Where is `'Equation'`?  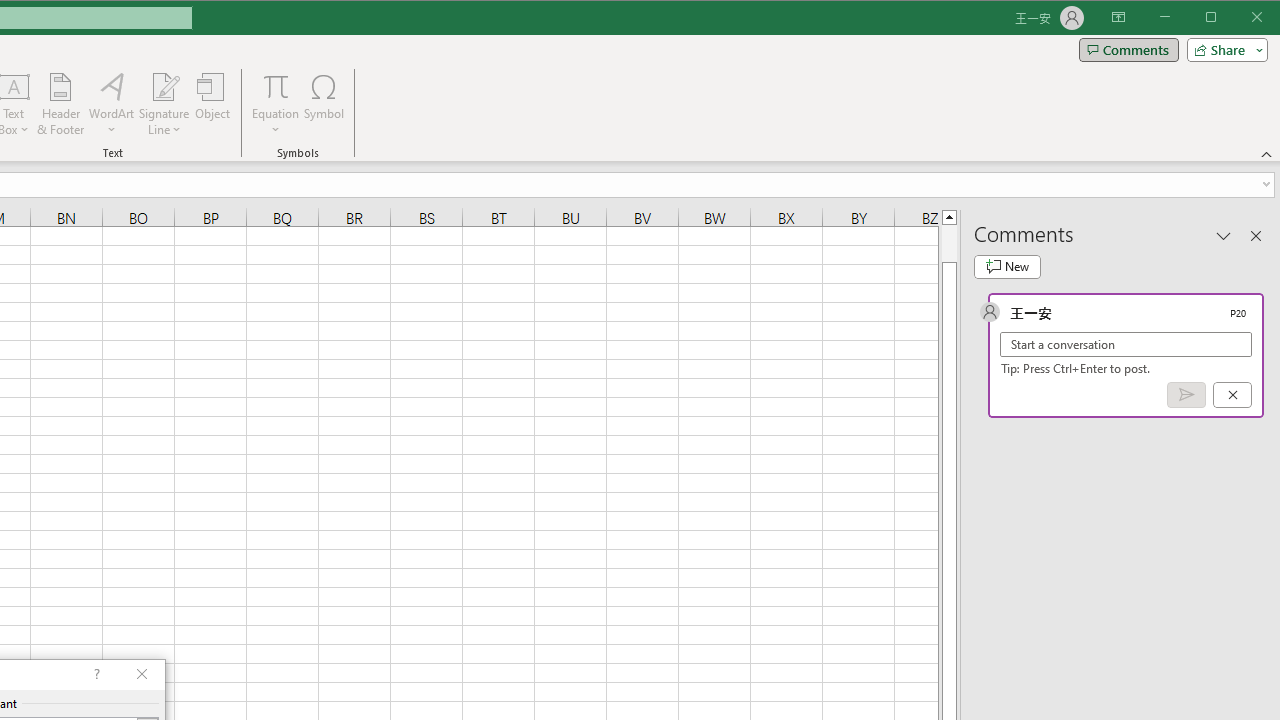
'Equation' is located at coordinates (274, 104).